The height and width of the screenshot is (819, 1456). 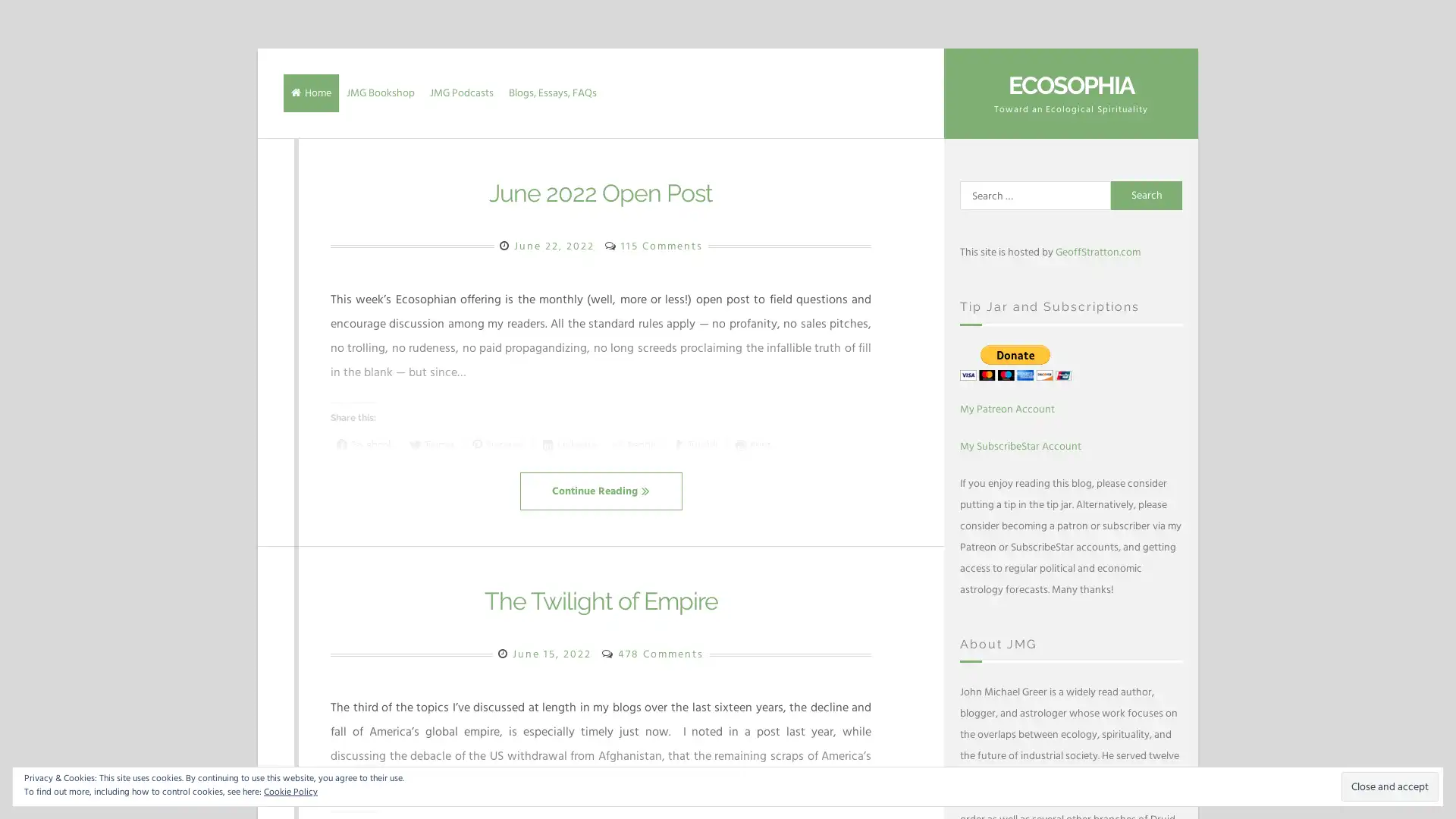 I want to click on Search, so click(x=1147, y=195).